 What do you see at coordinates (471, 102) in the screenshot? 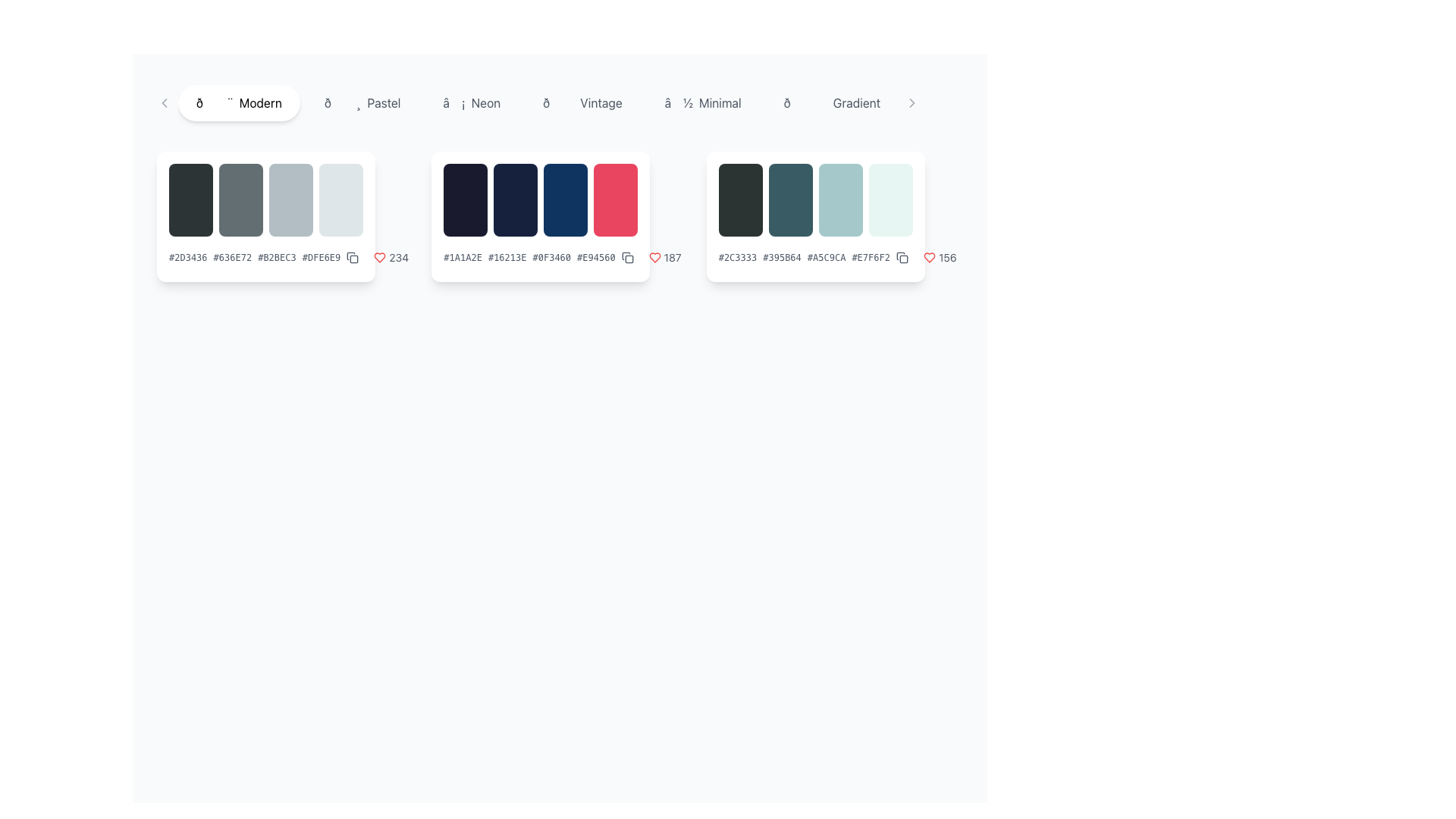
I see `the 'Neon' filter button, which is the third button in a horizontally scrollable group of buttons including 'Modern', 'Pastel', and 'Vintage'` at bounding box center [471, 102].